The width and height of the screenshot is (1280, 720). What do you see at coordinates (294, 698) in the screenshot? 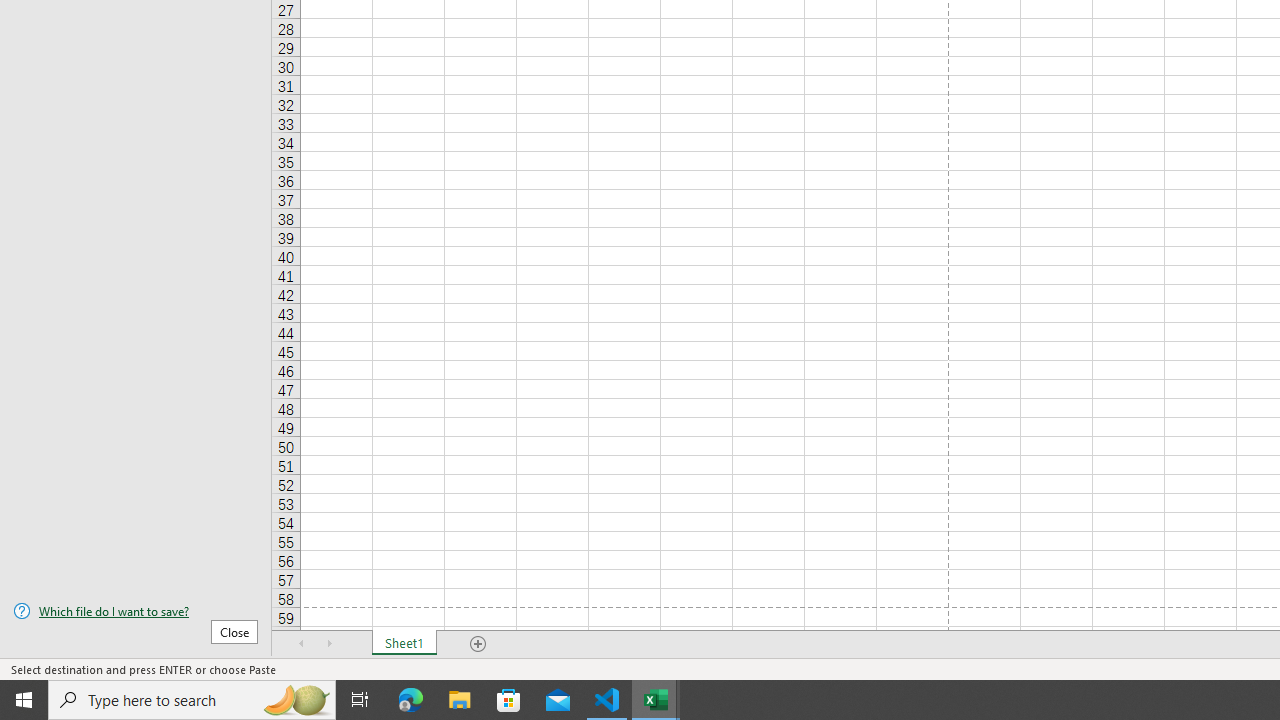
I see `'Search highlights icon opens search home window'` at bounding box center [294, 698].